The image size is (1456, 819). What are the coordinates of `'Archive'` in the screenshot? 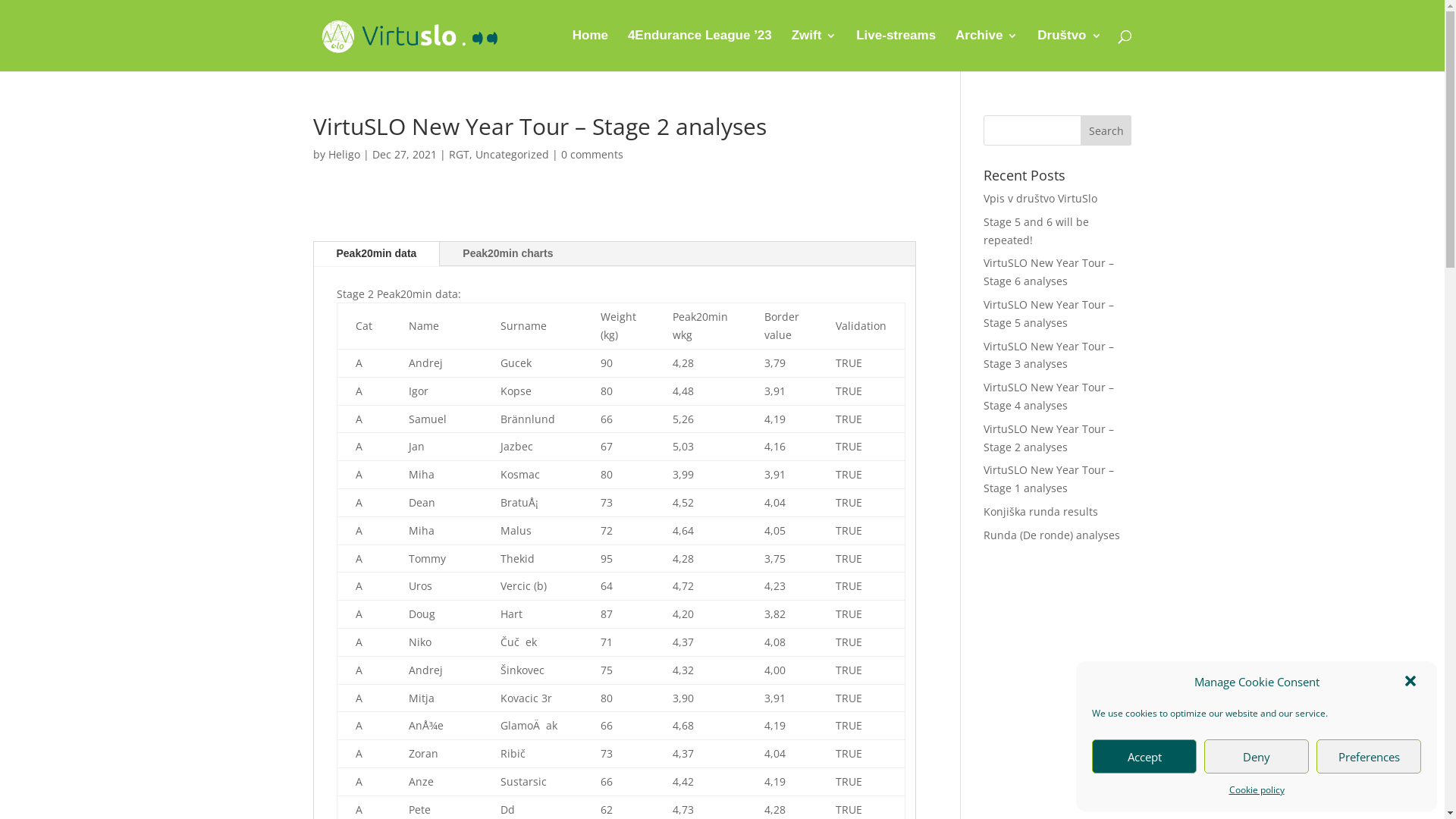 It's located at (986, 49).